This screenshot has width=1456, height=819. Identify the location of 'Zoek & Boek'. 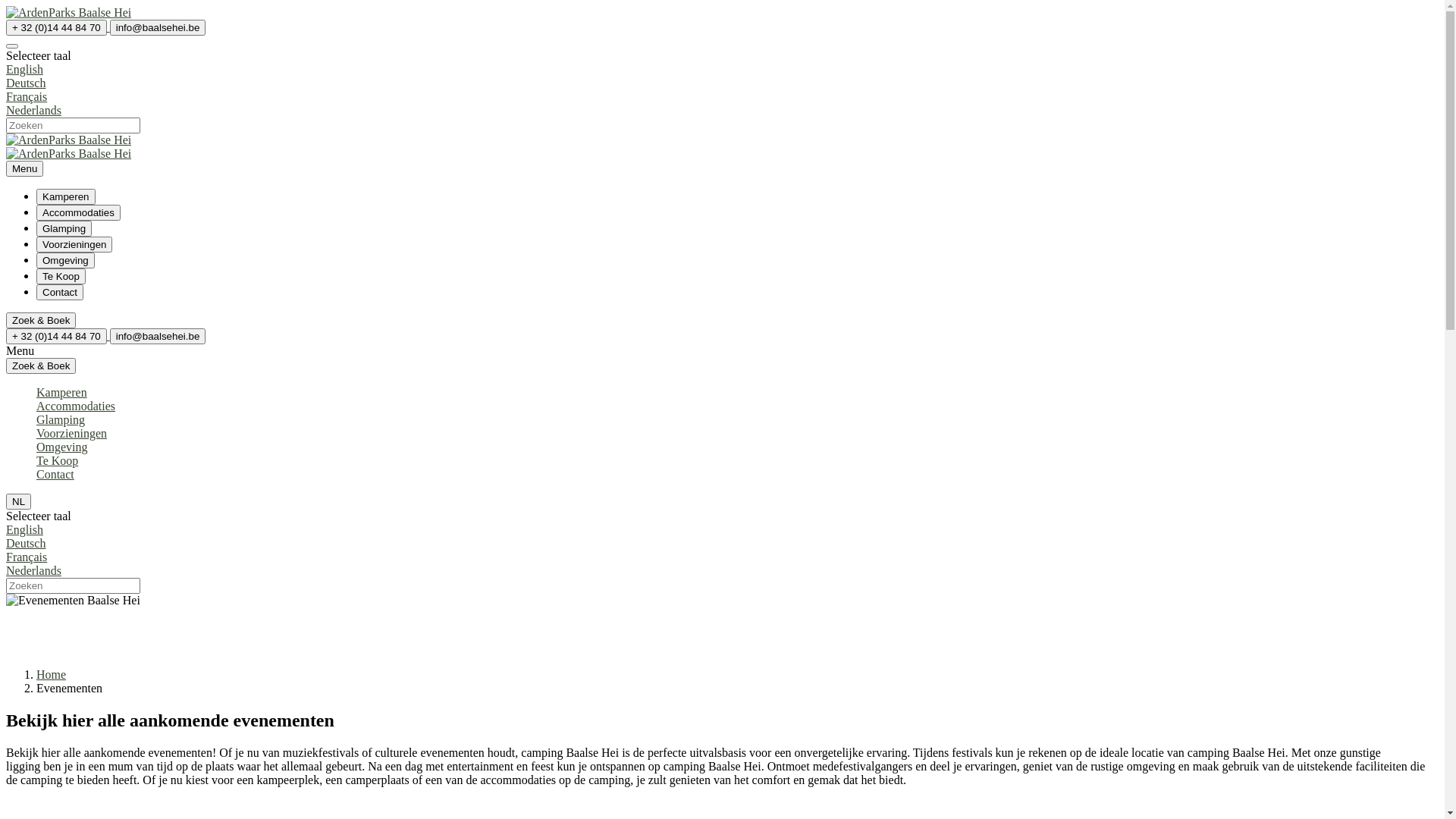
(40, 365).